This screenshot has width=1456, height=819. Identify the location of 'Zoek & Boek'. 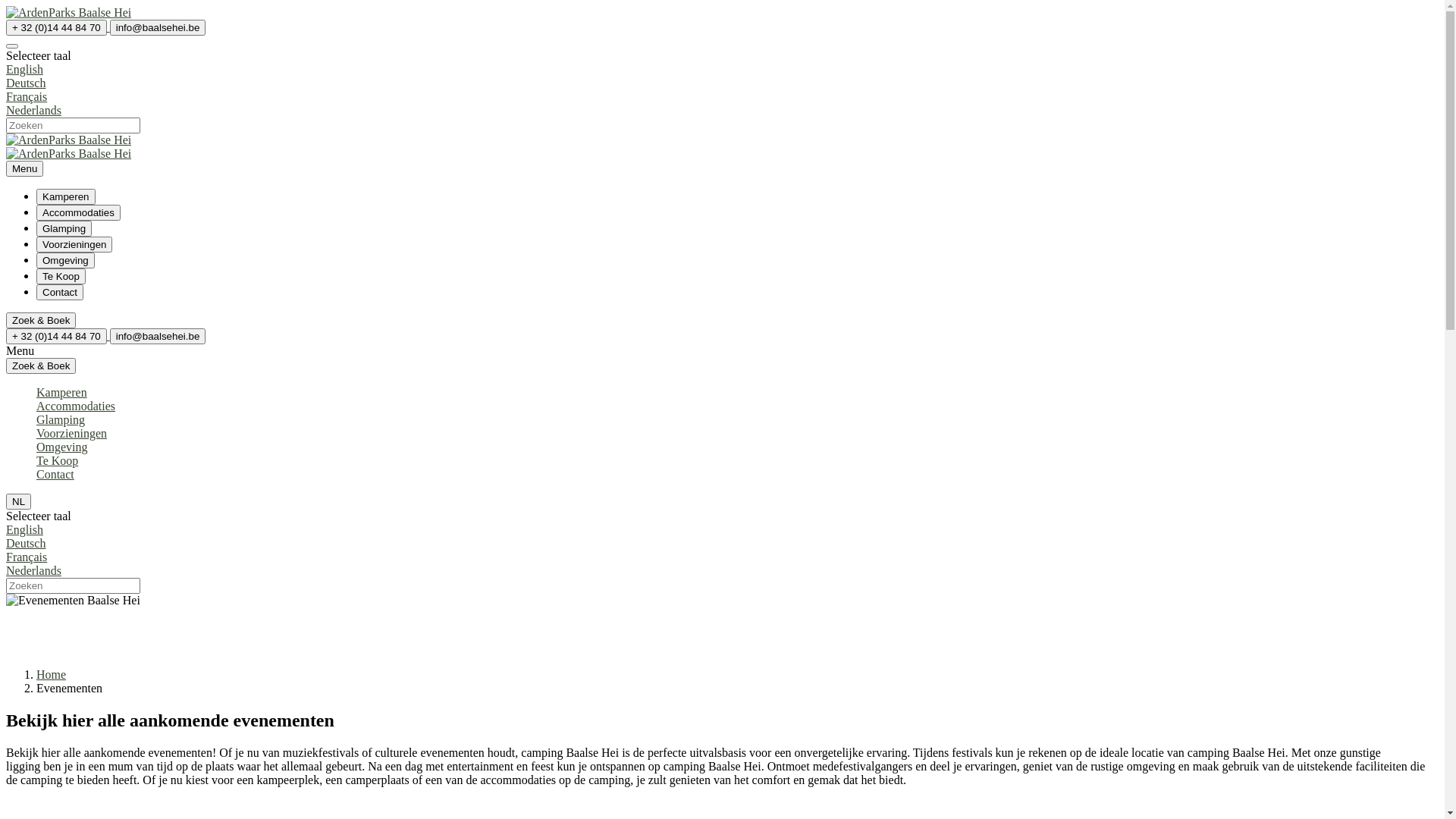
(40, 365).